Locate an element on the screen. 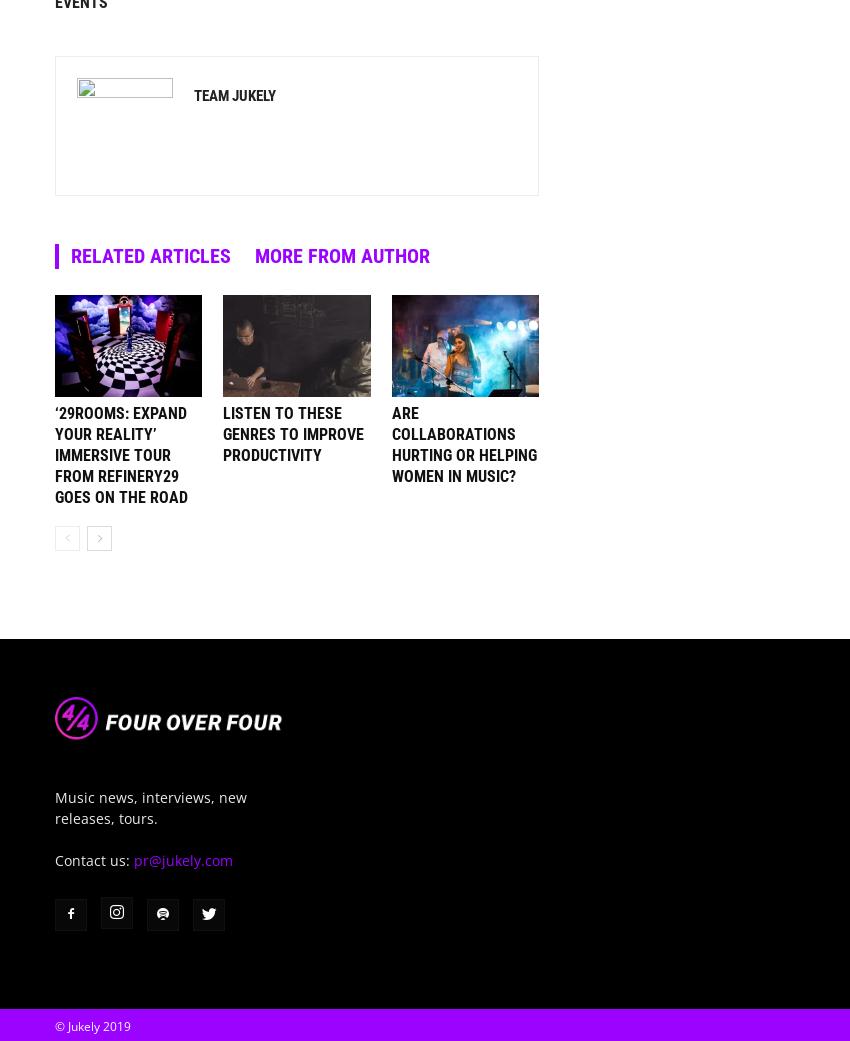  'Contact us:' is located at coordinates (93, 859).